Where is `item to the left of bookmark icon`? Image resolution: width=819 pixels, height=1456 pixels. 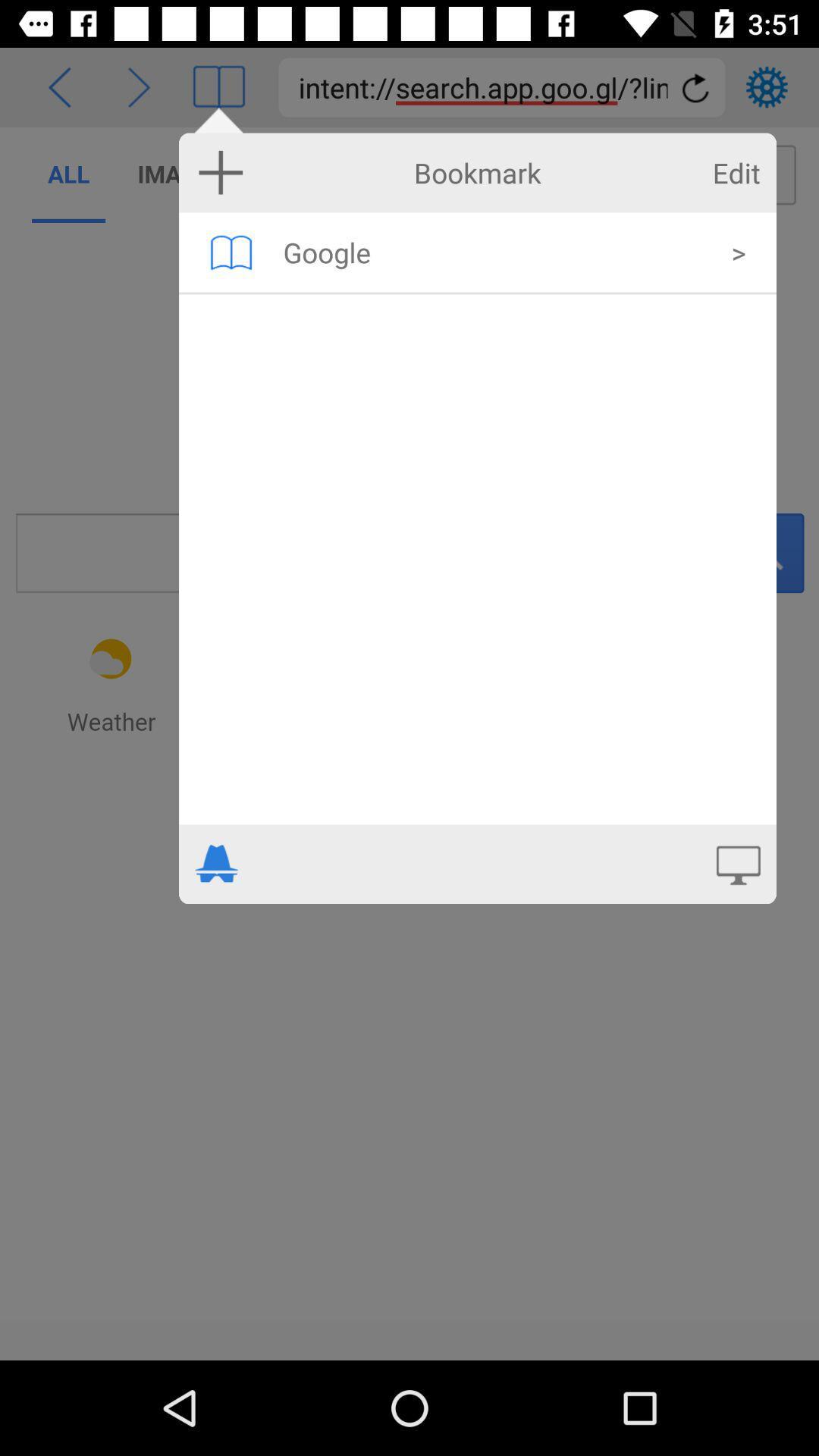 item to the left of bookmark icon is located at coordinates (221, 172).